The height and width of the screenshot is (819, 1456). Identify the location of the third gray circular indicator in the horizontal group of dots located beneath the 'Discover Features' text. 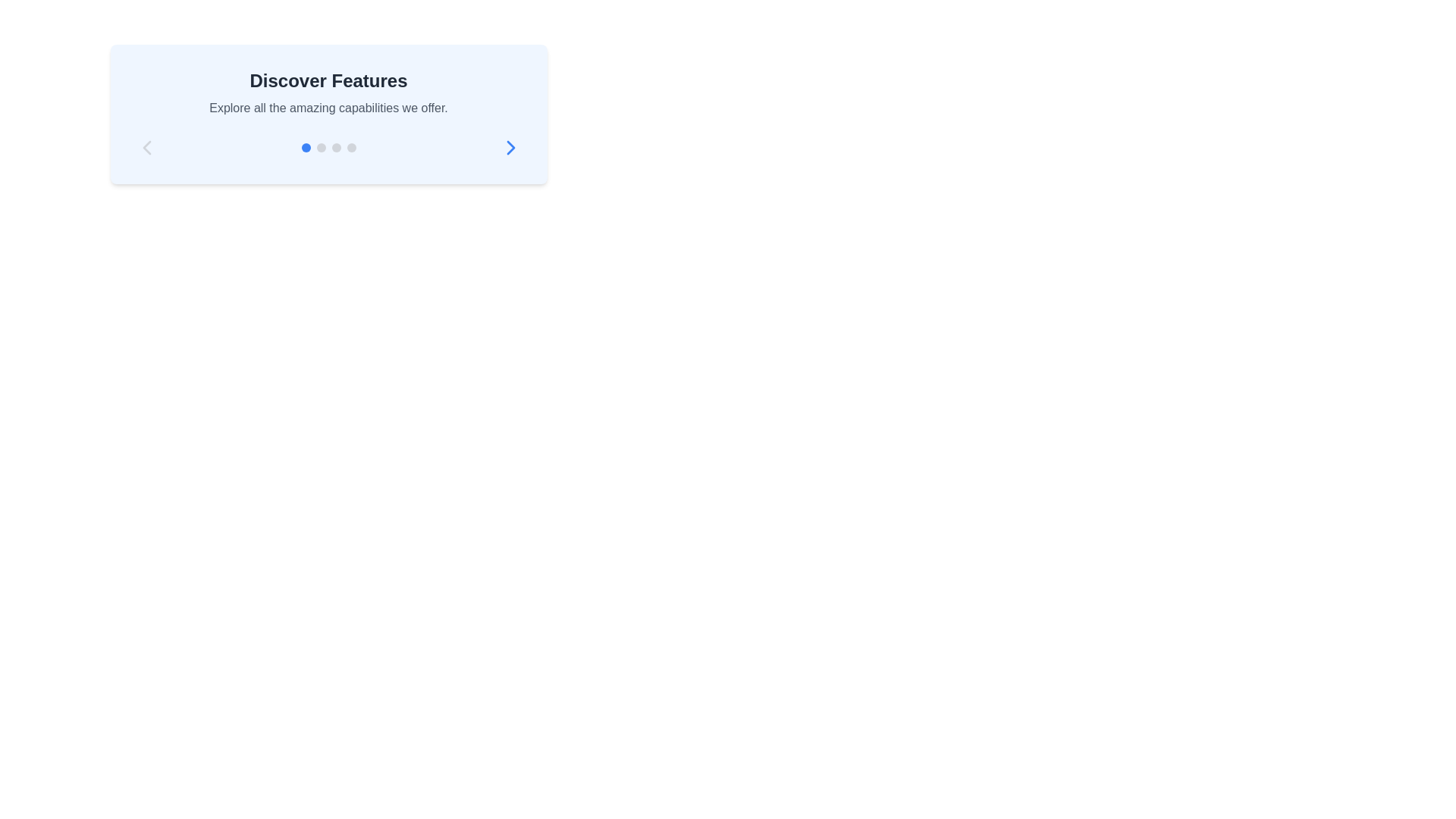
(335, 148).